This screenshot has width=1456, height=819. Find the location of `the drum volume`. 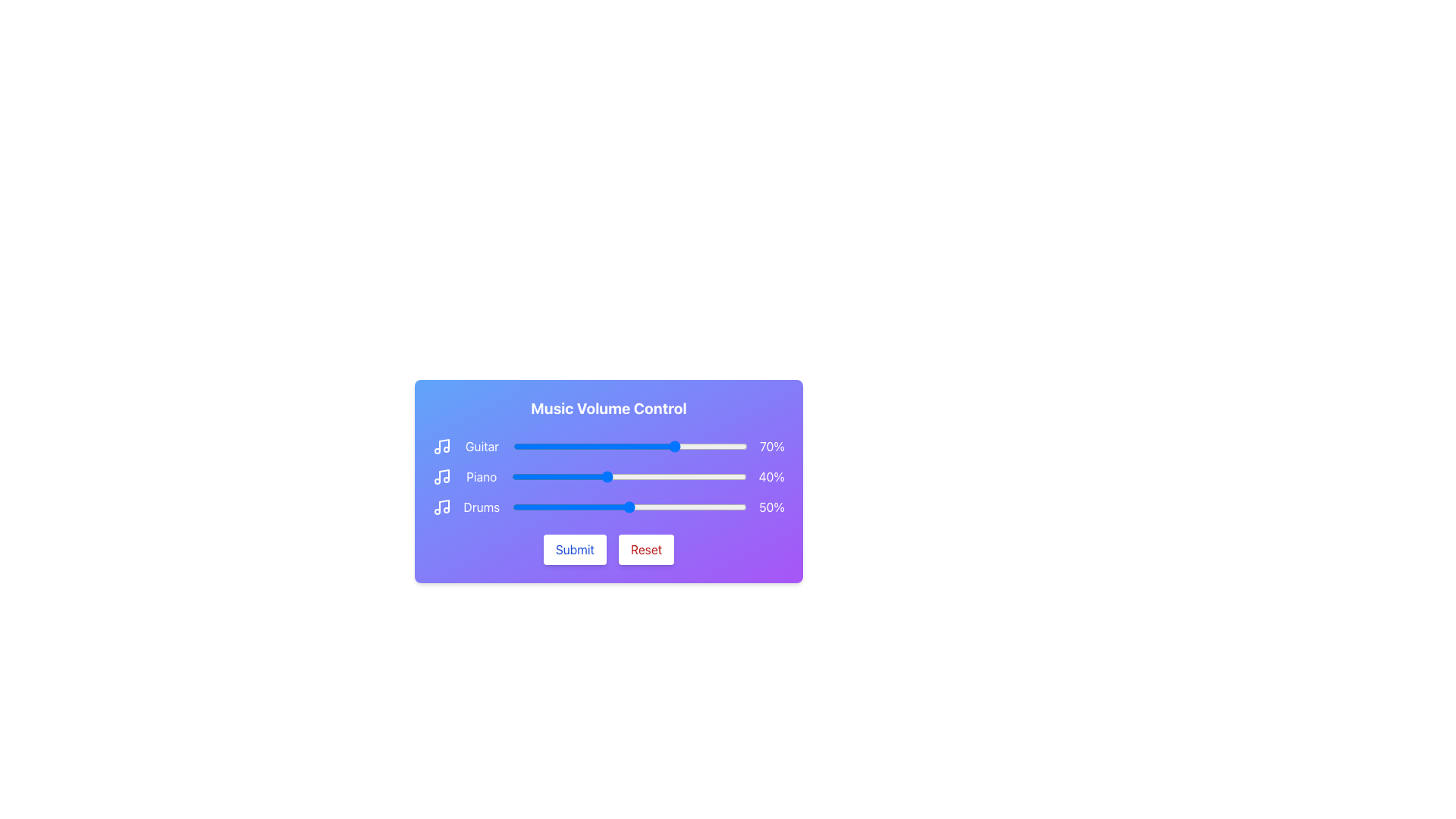

the drum volume is located at coordinates (608, 507).